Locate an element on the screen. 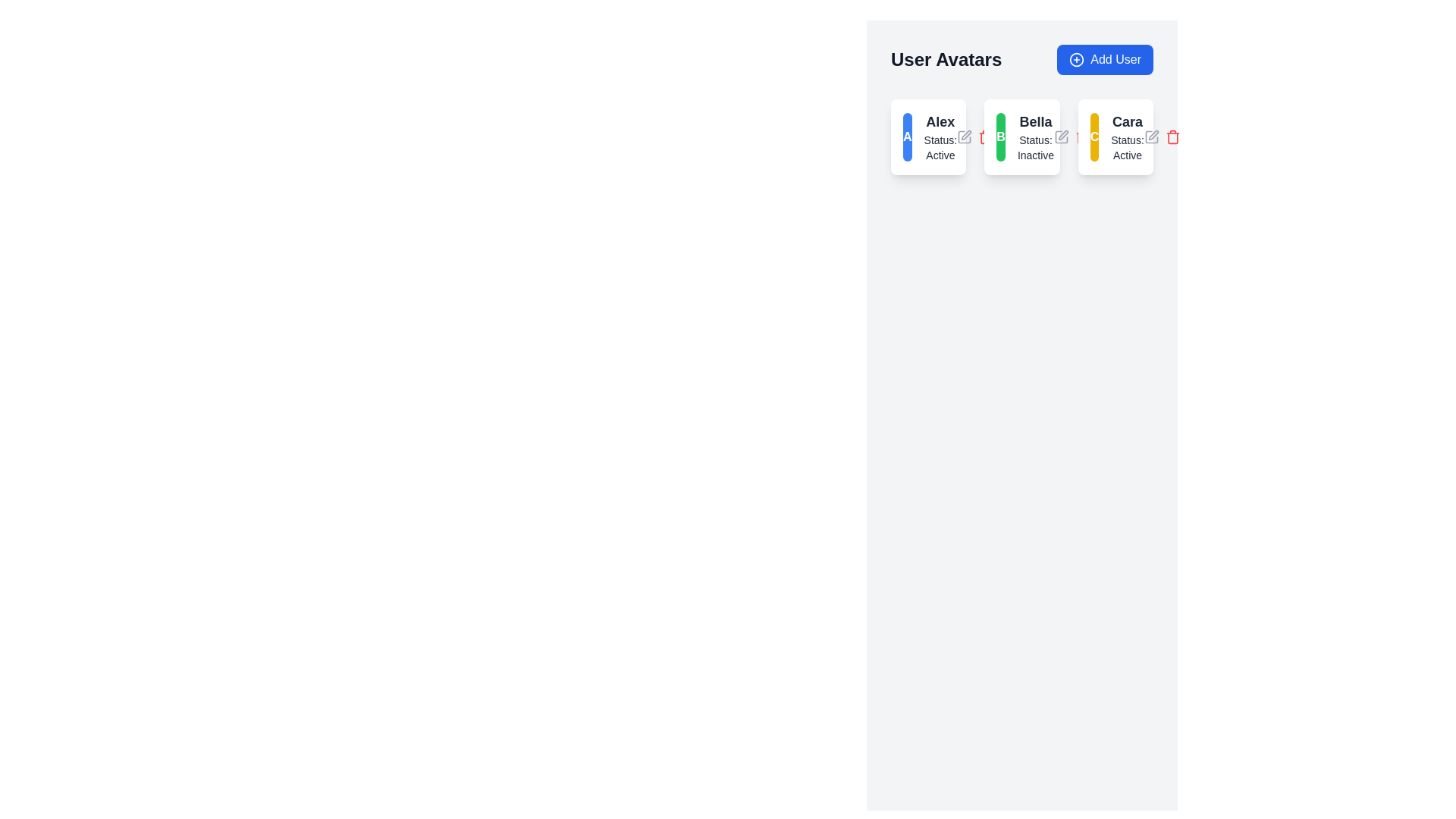 Image resolution: width=1456 pixels, height=819 pixels. text label displaying 'Status: Active' located below the name 'Cara' in the lower section of the card is located at coordinates (1128, 148).